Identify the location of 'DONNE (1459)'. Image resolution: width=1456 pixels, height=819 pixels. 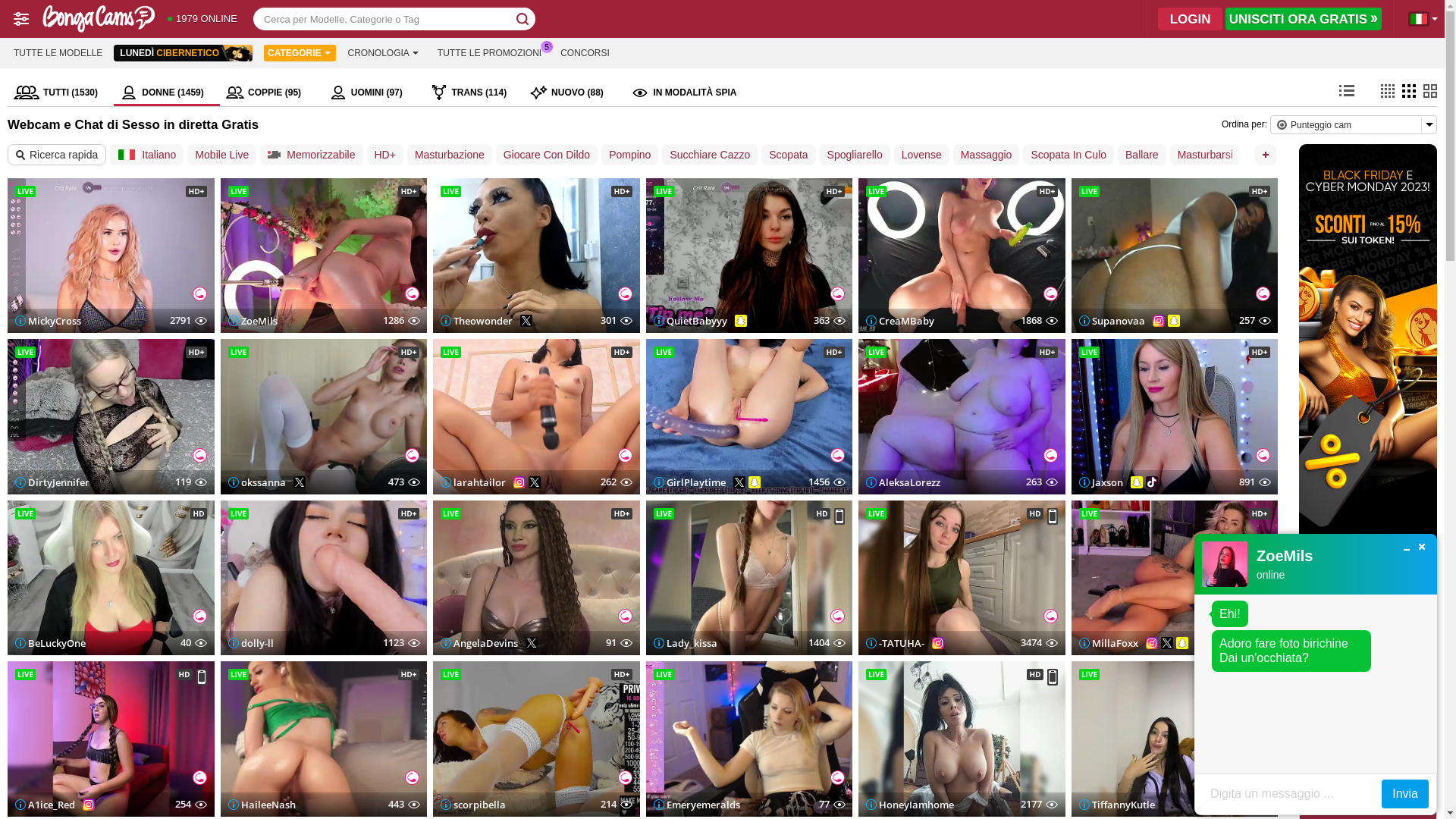
(112, 93).